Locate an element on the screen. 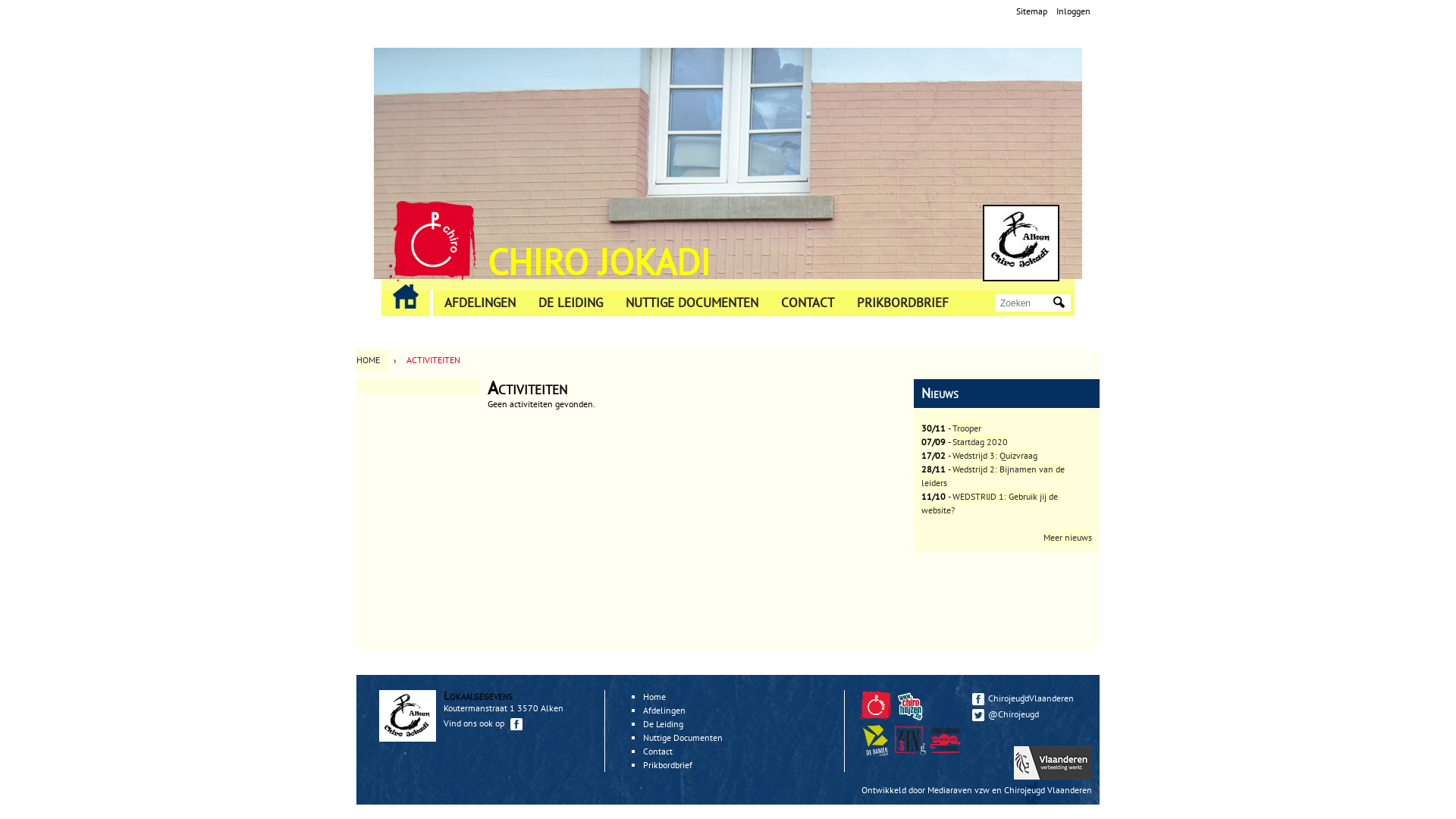 This screenshot has height=819, width=1456. 'CONTACT' is located at coordinates (807, 303).